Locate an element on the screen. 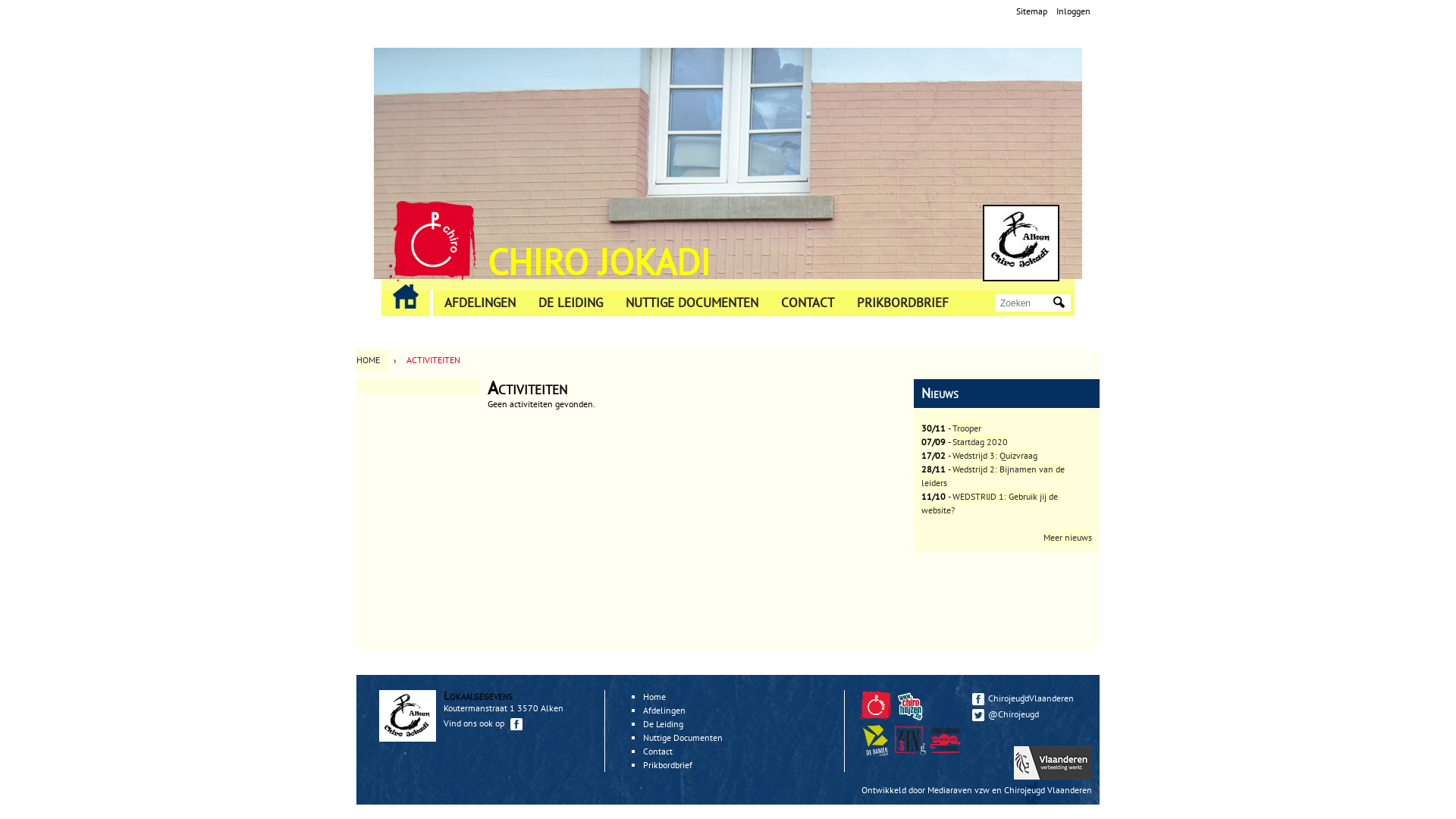 This screenshot has height=819, width=1456. 'CONTACT' is located at coordinates (807, 303).